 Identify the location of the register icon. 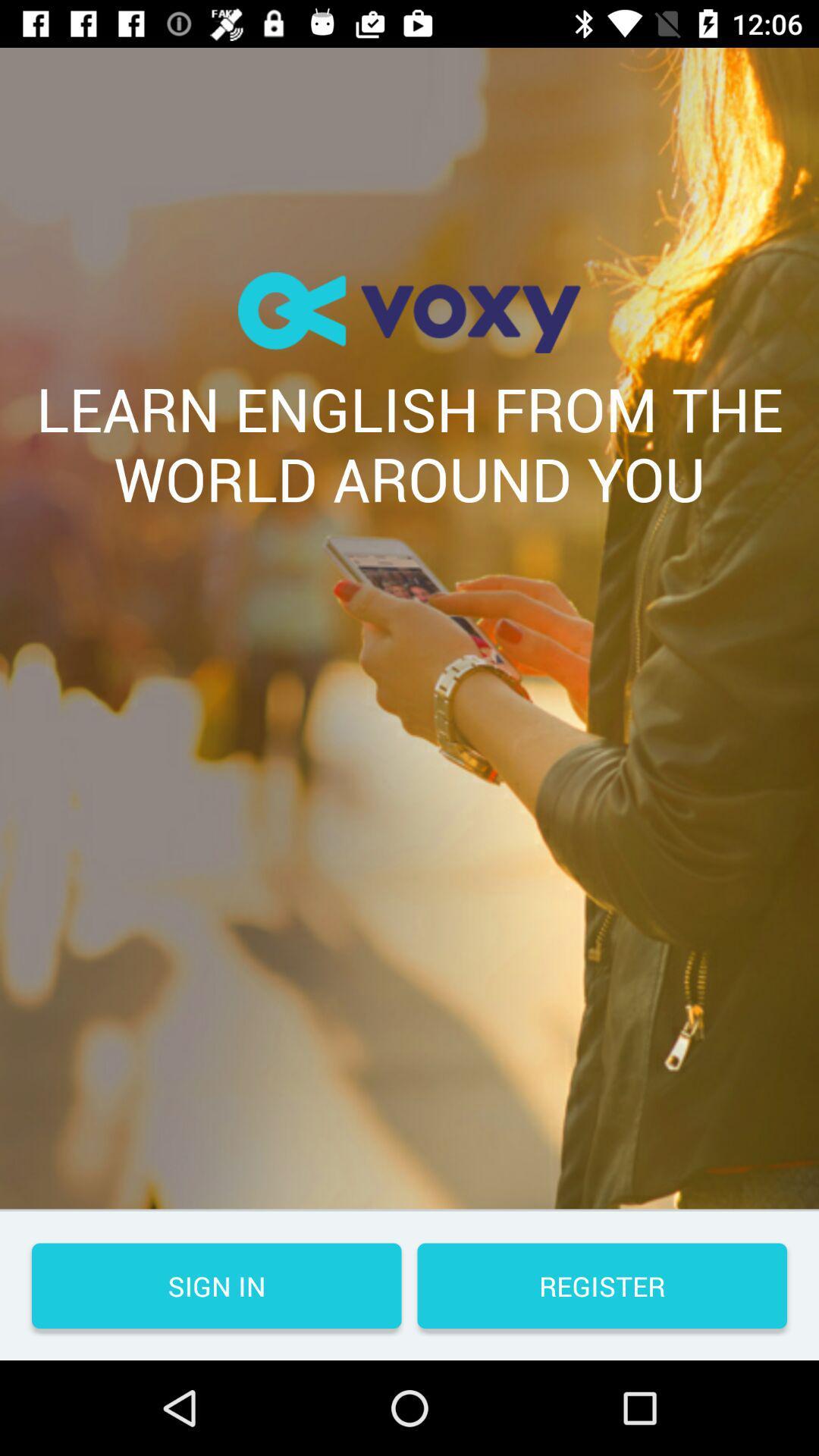
(601, 1285).